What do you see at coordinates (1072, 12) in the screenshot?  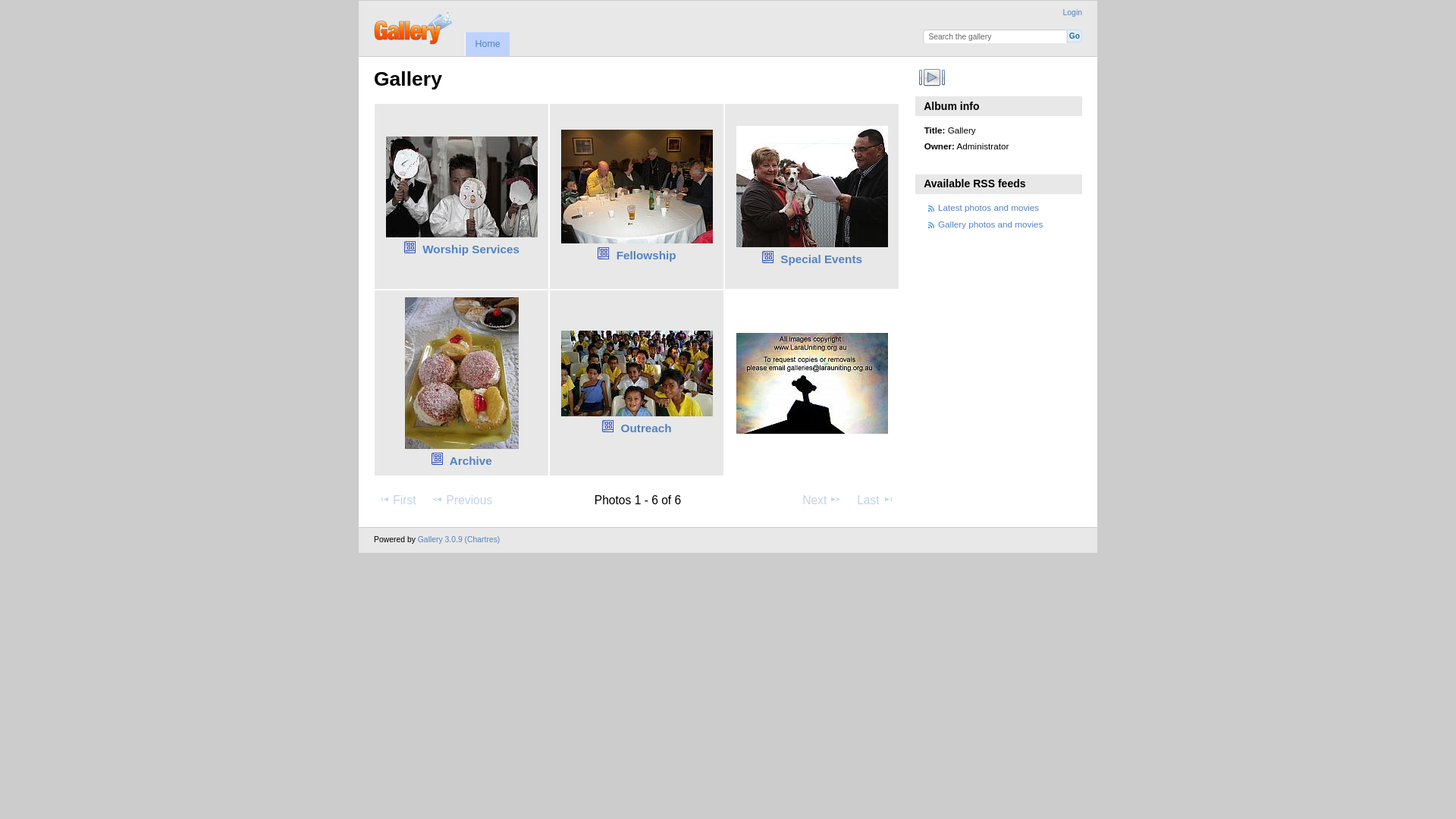 I see `'Login'` at bounding box center [1072, 12].